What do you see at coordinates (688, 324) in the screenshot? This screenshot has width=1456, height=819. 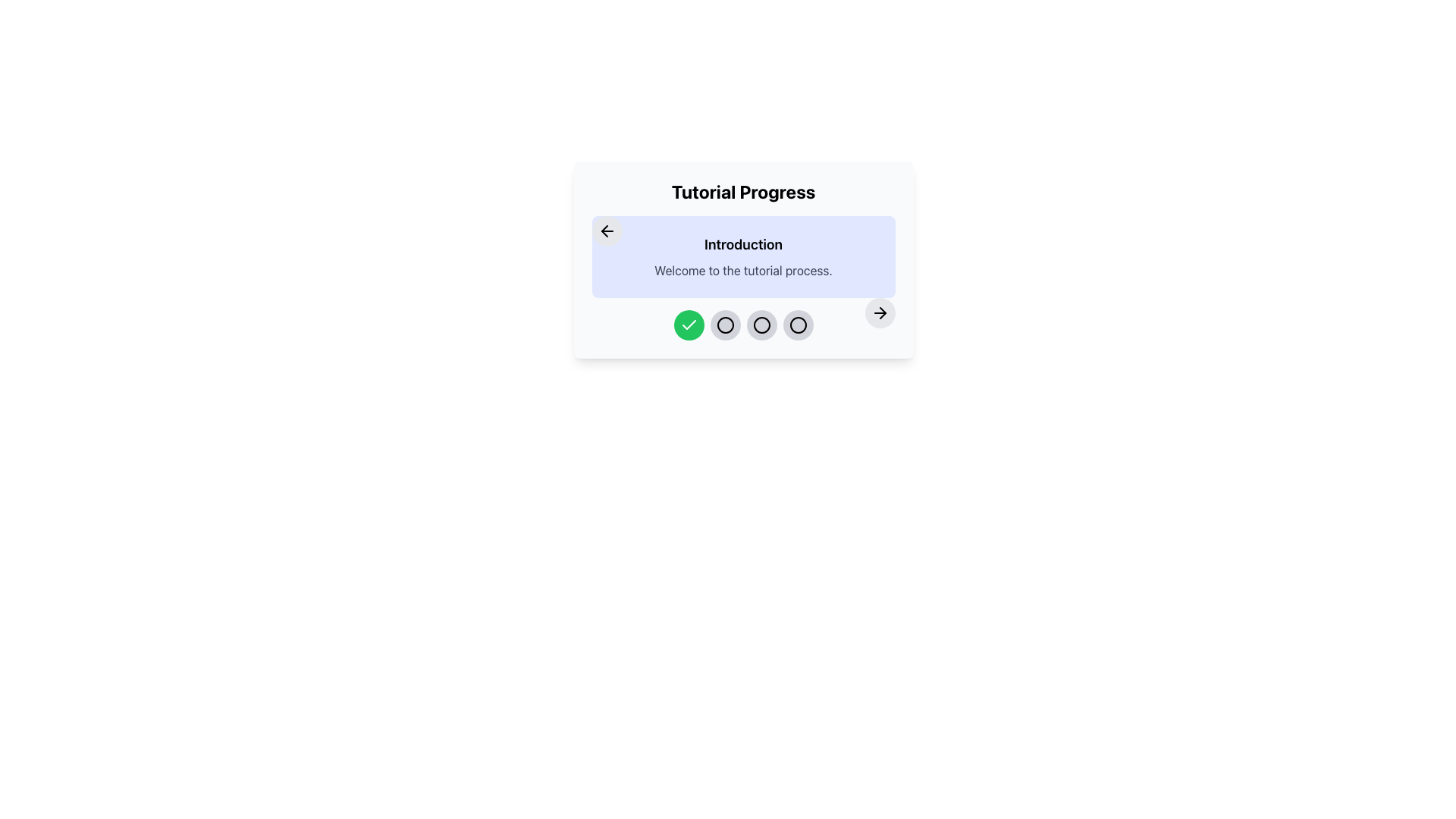 I see `the checkmark icon, which is styled with a green circle background and a white tick mark, from the center of the first circular icon in the row of circular icons at the bottom of the 'Tutorial Progress' card` at bounding box center [688, 324].